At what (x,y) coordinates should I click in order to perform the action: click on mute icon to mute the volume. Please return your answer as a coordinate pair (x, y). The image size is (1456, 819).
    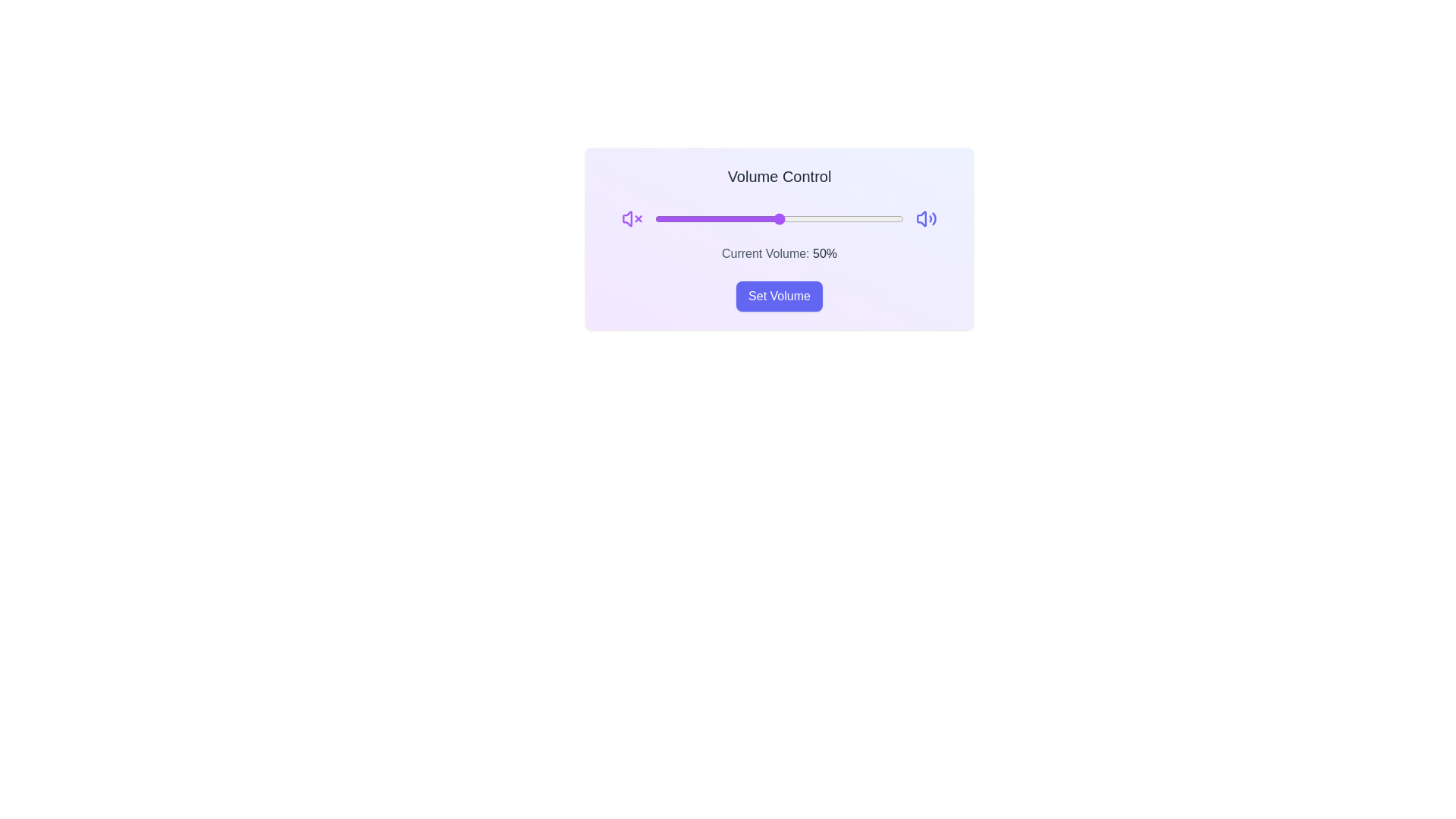
    Looking at the image, I should click on (632, 219).